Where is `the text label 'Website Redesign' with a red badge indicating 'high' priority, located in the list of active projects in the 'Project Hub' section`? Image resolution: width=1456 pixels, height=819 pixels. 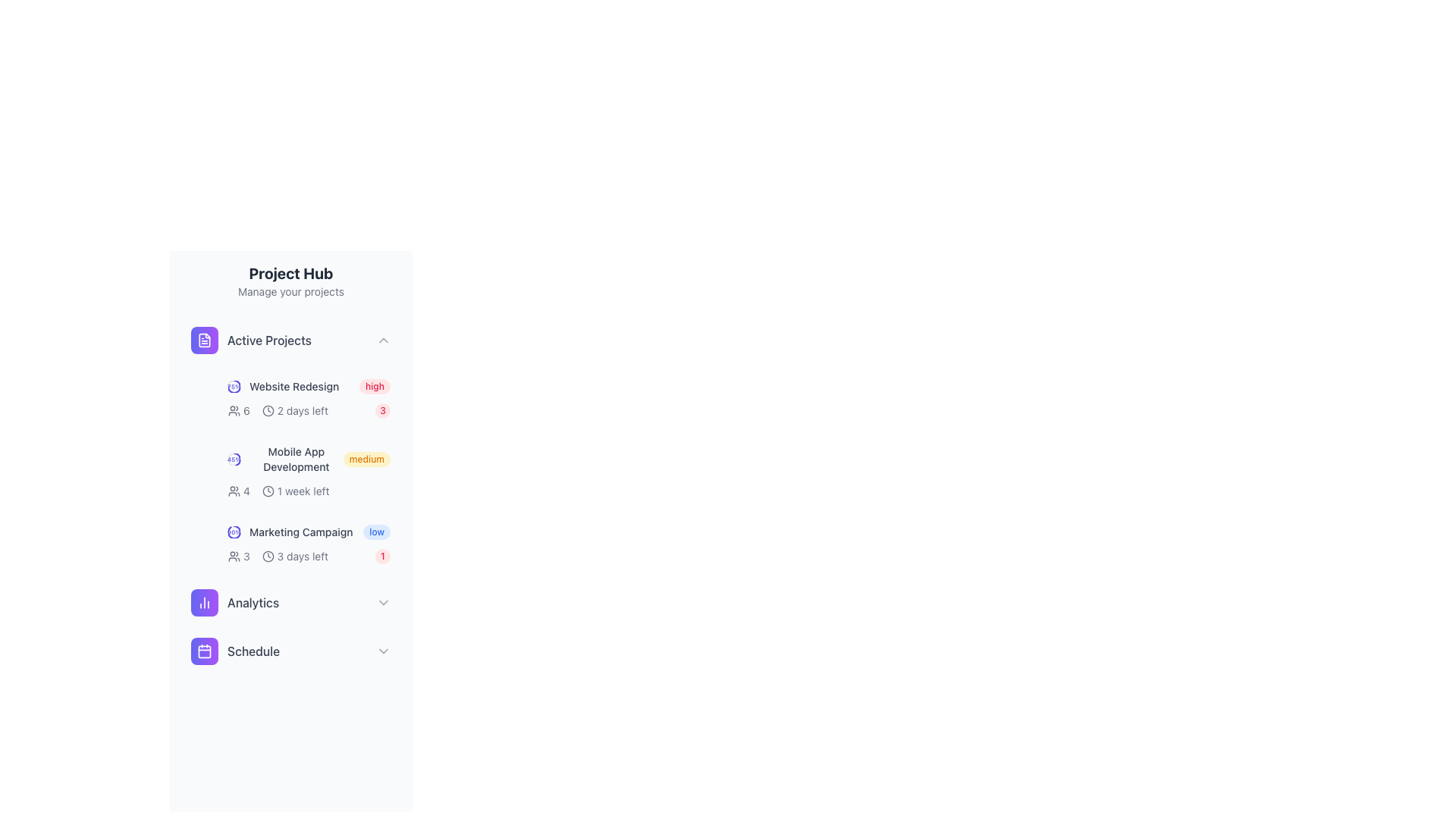 the text label 'Website Redesign' with a red badge indicating 'high' priority, located in the list of active projects in the 'Project Hub' section is located at coordinates (309, 385).